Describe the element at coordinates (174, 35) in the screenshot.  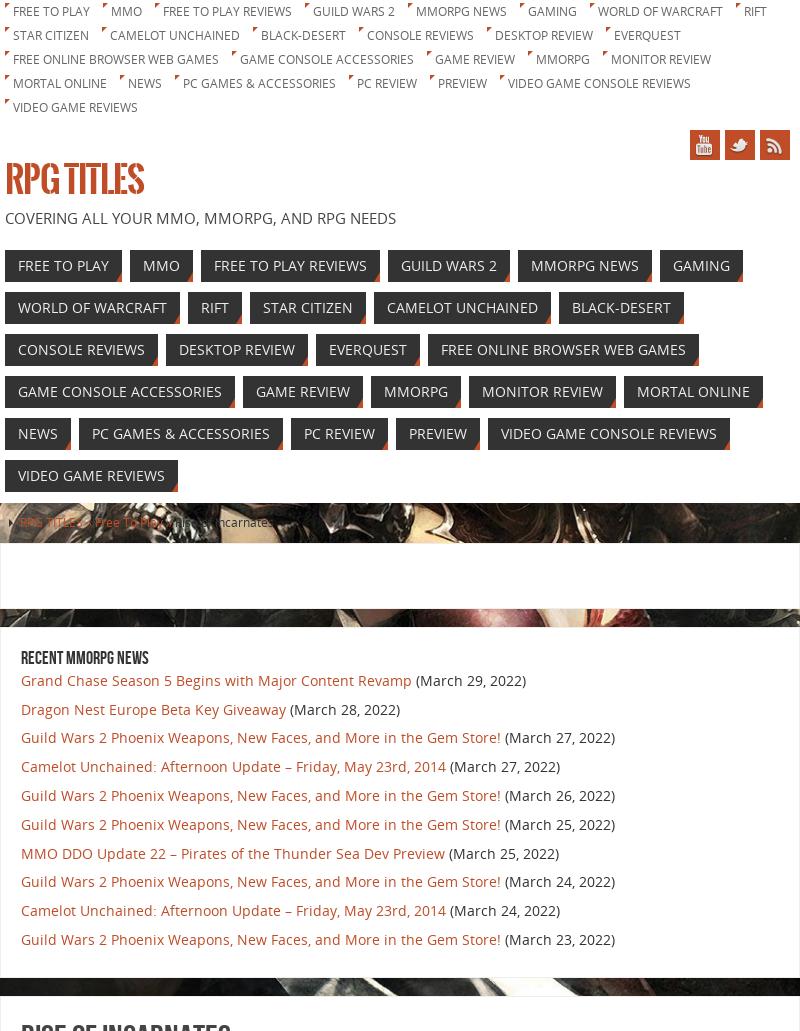
I see `'Camelot Unchained'` at that location.